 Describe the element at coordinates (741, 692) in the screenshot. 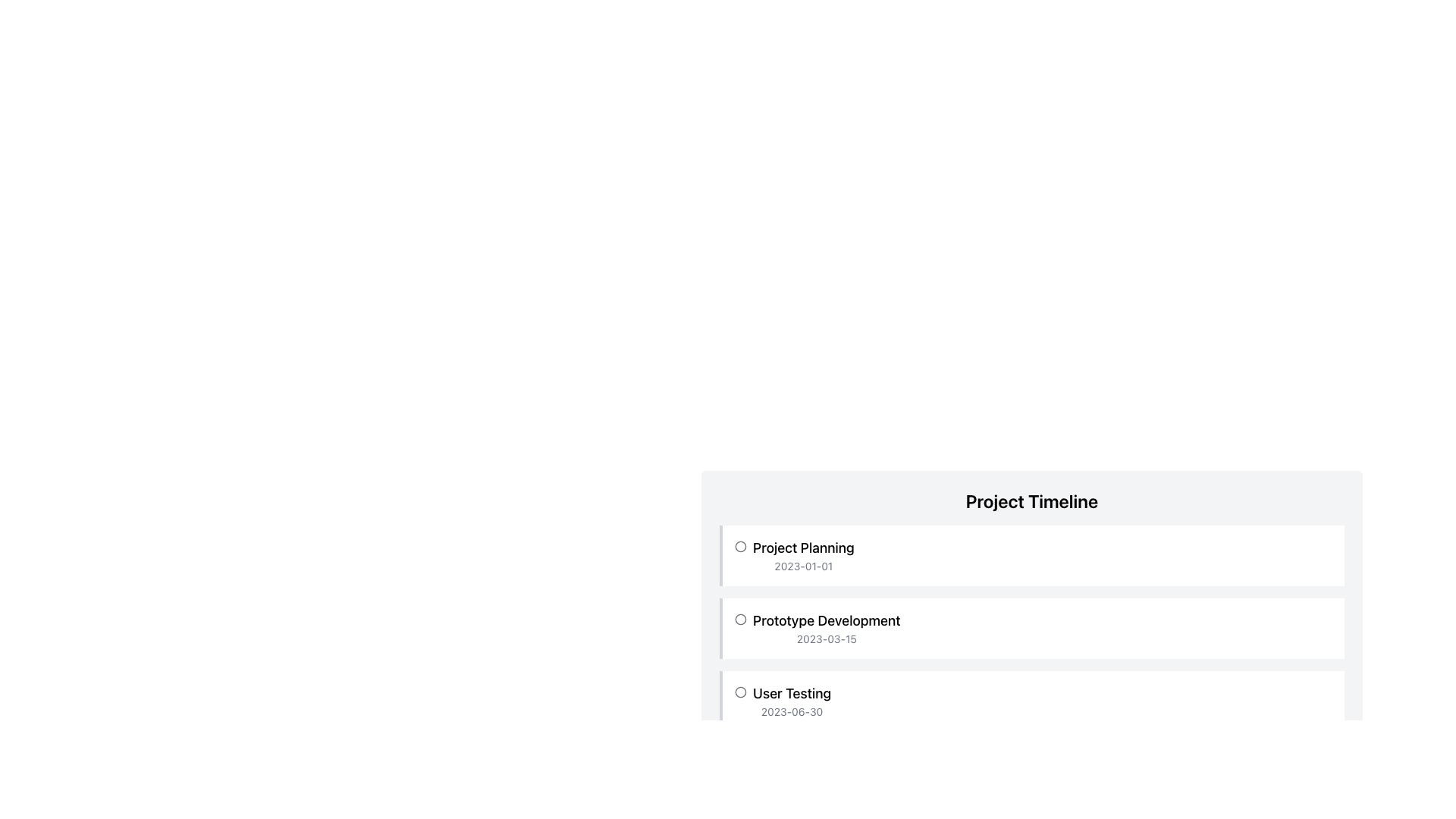

I see `the Circle Icon adjacent to the 'User Testing' label in the timeline interface` at that location.